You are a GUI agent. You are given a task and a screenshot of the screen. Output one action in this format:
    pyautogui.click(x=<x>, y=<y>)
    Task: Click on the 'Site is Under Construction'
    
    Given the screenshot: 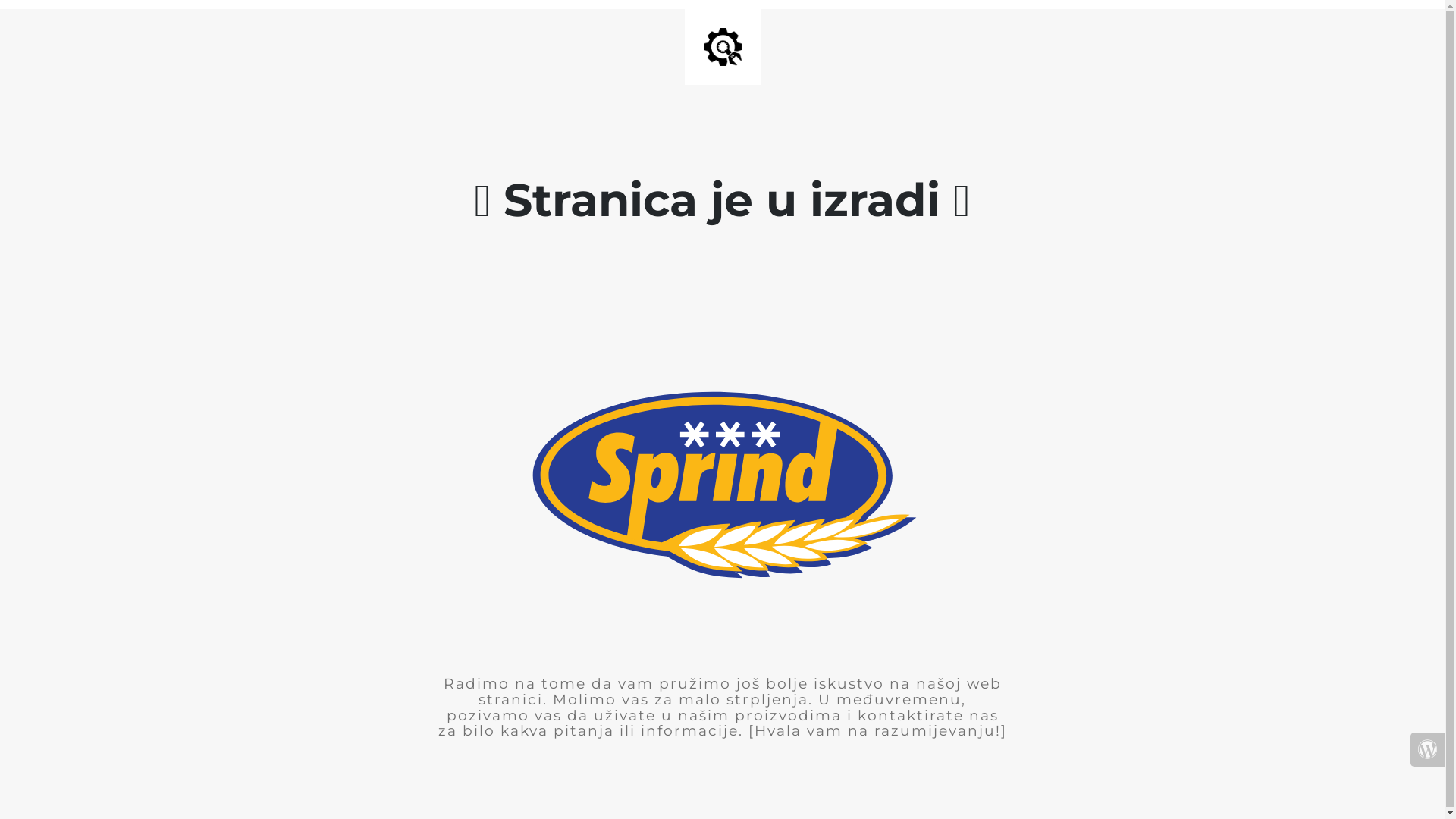 What is the action you would take?
    pyautogui.click(x=722, y=45)
    